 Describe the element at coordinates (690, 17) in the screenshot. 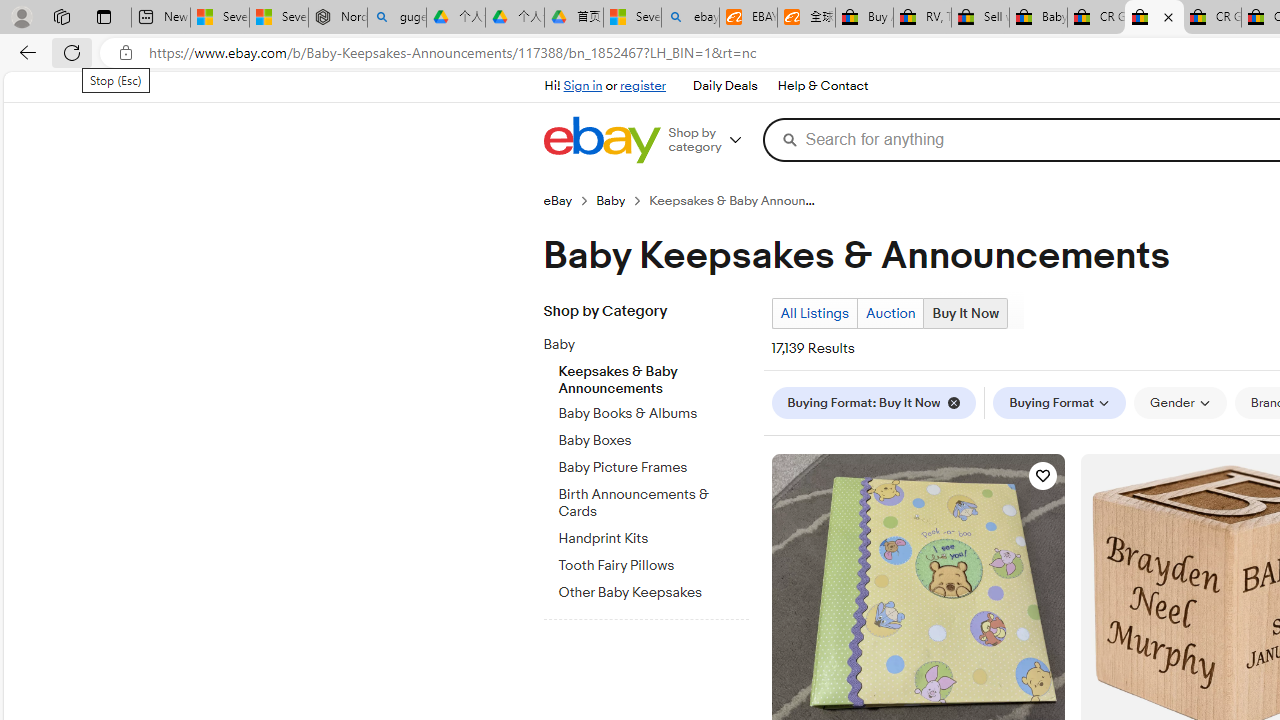

I see `'ebay - Search'` at that location.